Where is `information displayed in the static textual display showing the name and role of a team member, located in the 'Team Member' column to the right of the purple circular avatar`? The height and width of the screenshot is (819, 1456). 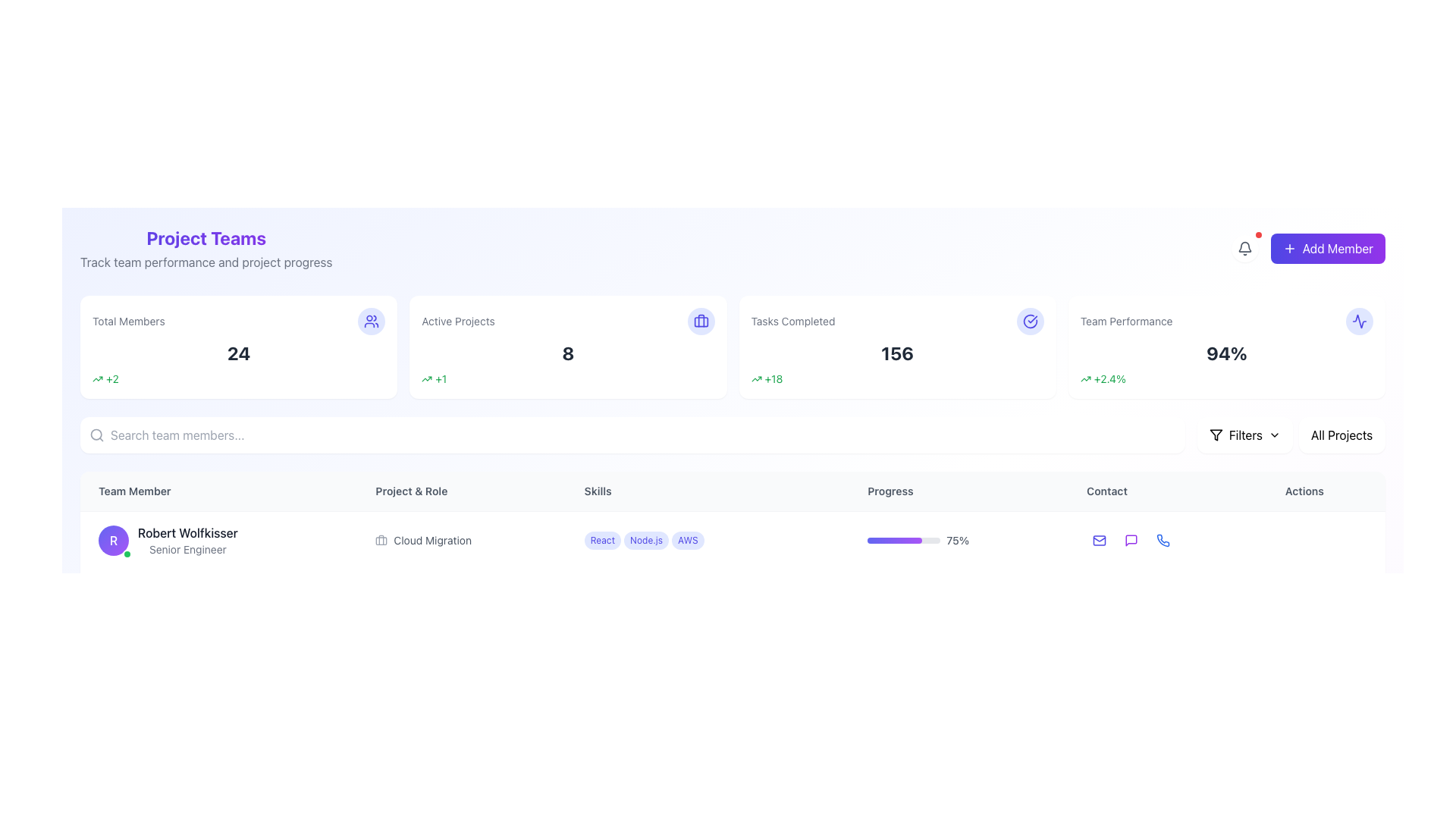 information displayed in the static textual display showing the name and role of a team member, located in the 'Team Member' column to the right of the purple circular avatar is located at coordinates (187, 540).